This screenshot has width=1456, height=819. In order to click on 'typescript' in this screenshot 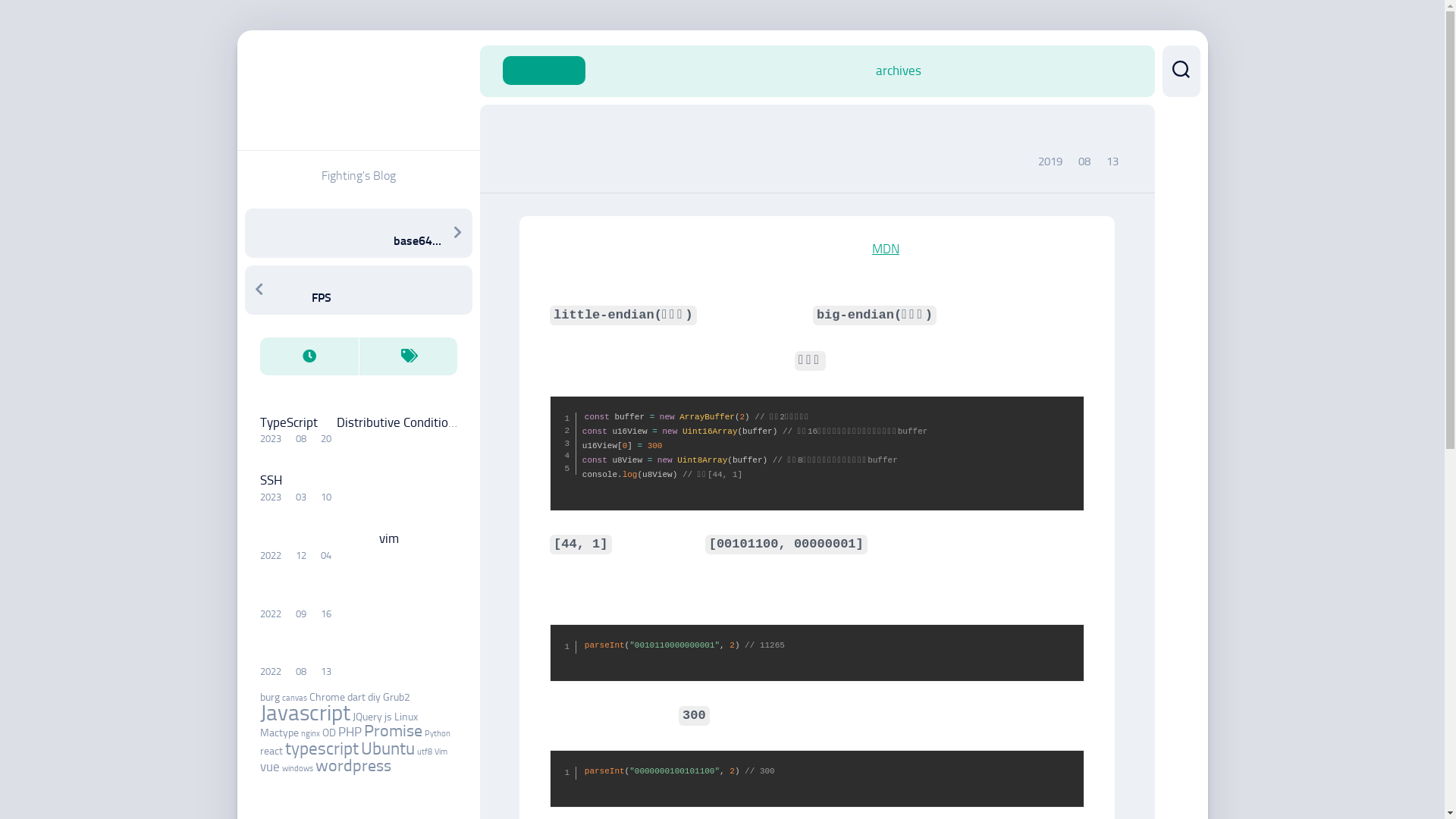, I will do `click(321, 748)`.